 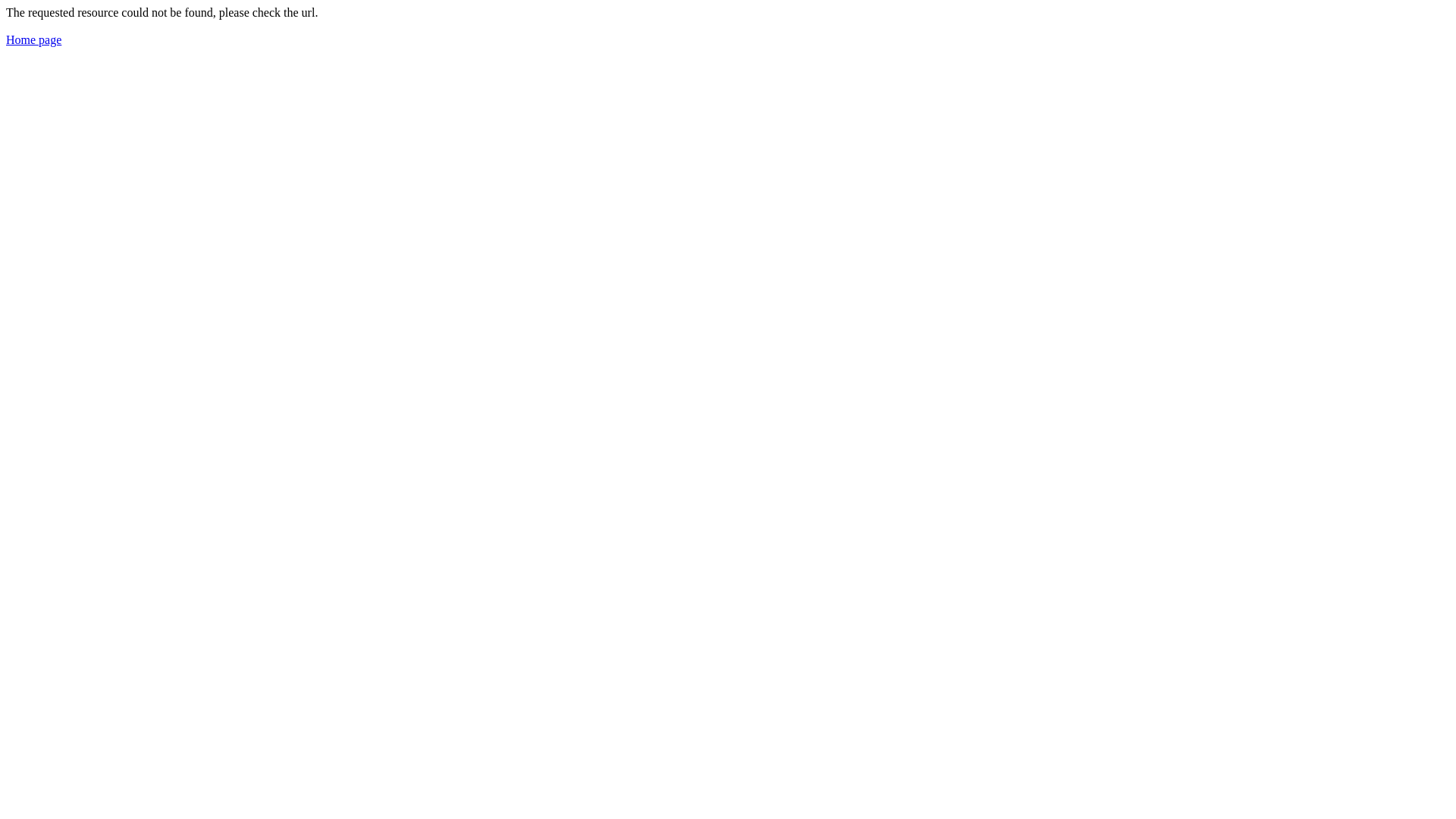 What do you see at coordinates (6, 39) in the screenshot?
I see `'Home page'` at bounding box center [6, 39].